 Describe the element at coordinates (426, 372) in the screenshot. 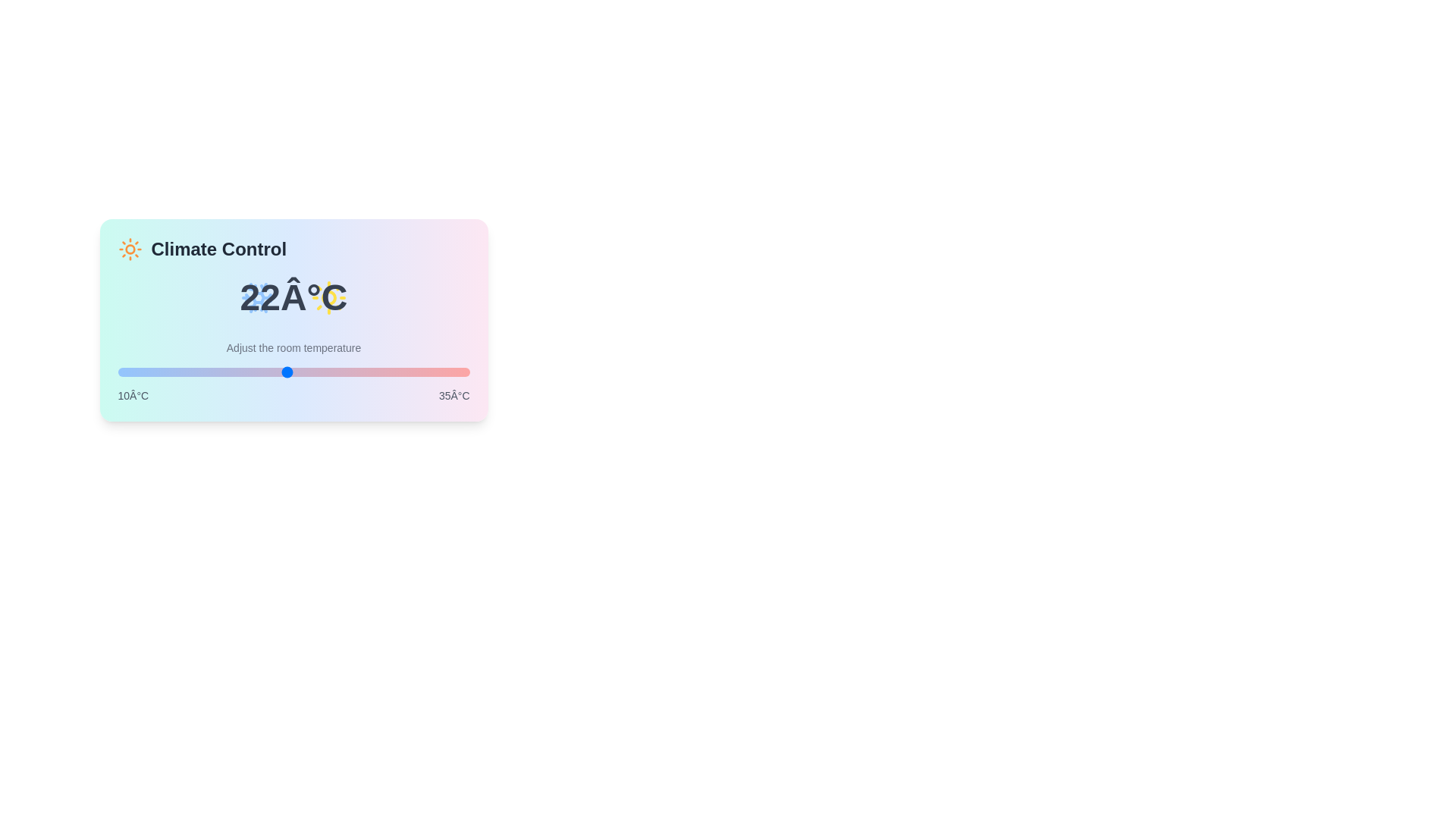

I see `the temperature to 32°C using the slider` at that location.